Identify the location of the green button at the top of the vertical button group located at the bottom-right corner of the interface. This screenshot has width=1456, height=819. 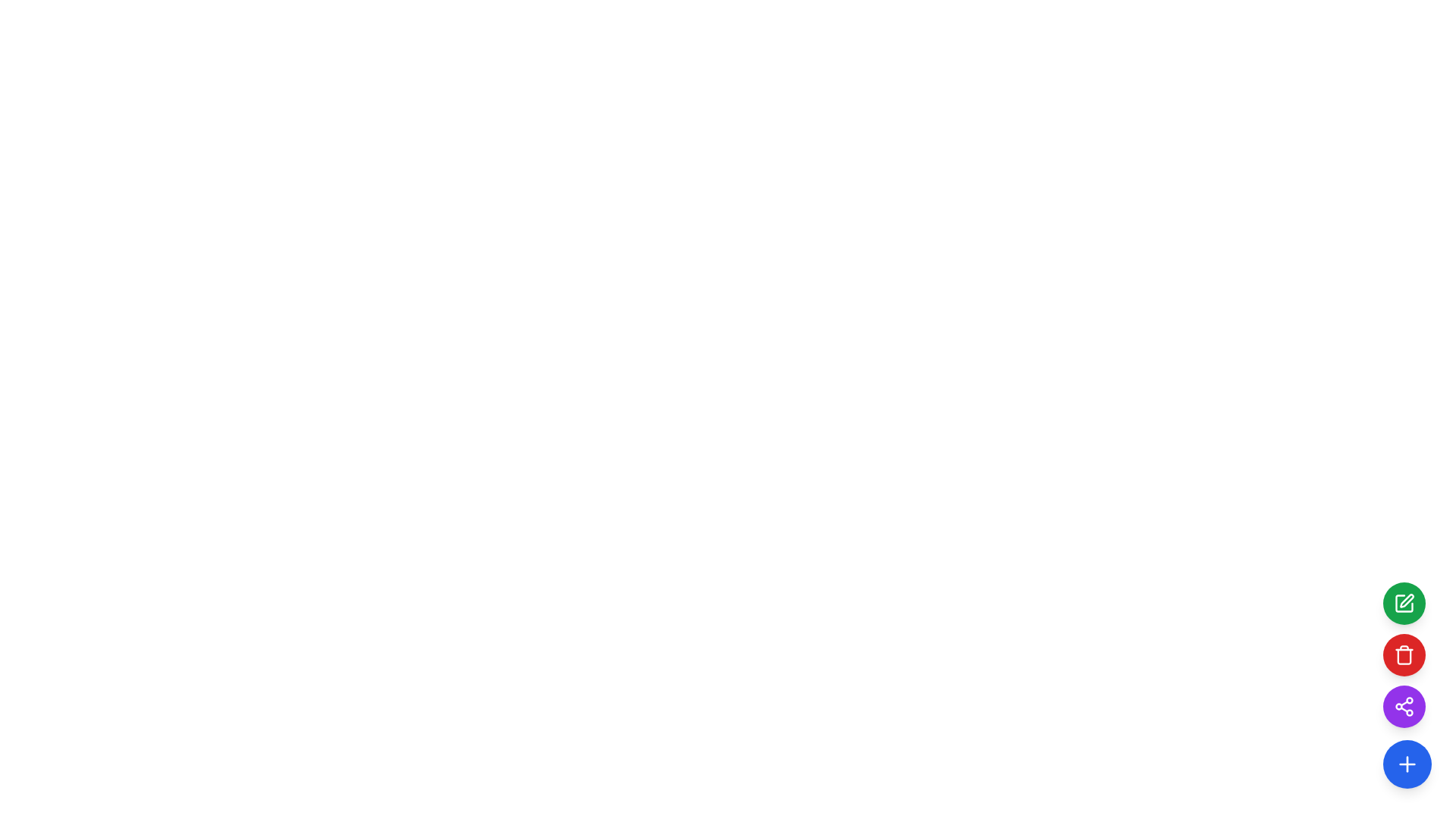
(1404, 654).